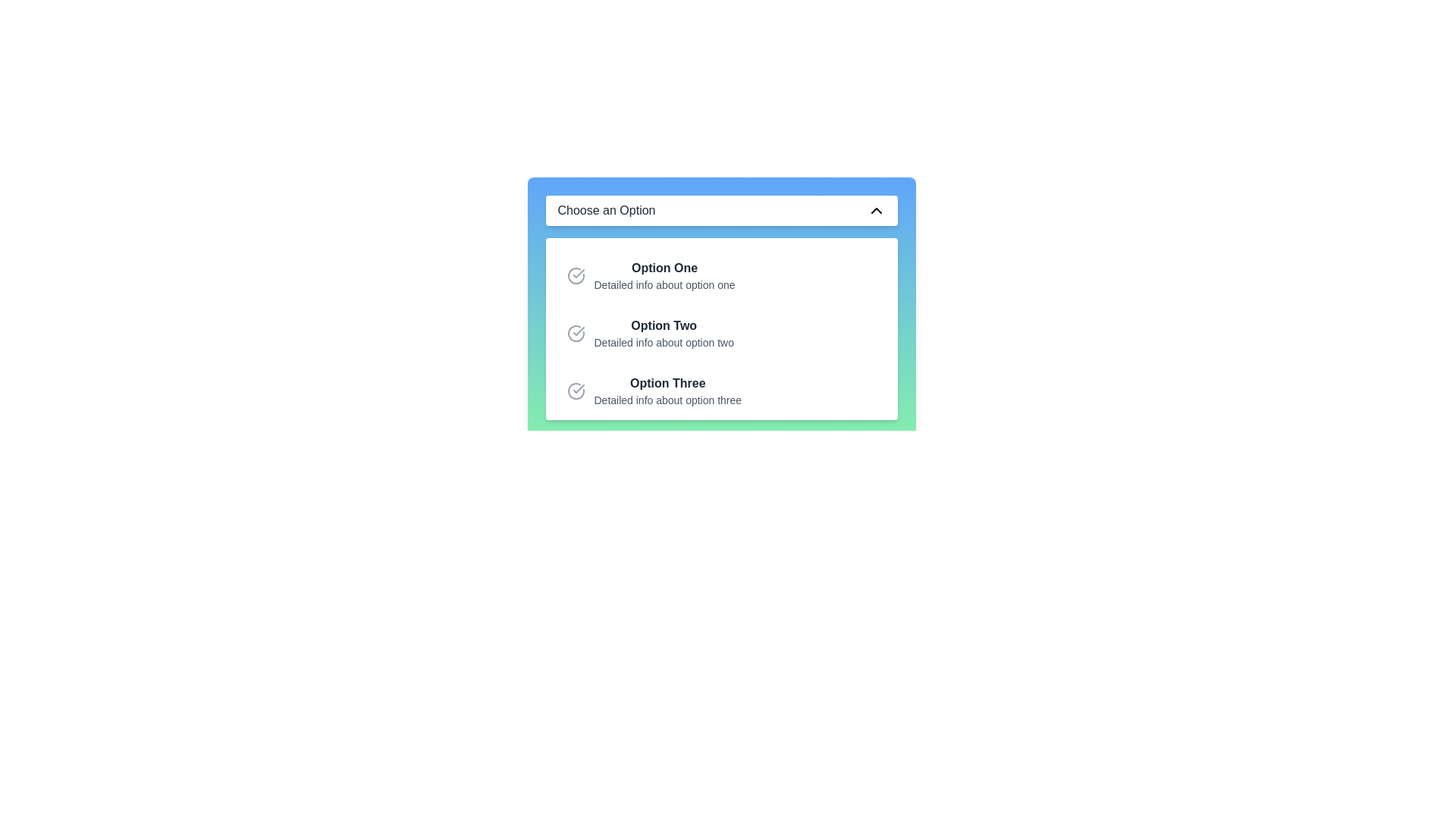  Describe the element at coordinates (720, 275) in the screenshot. I see `to select 'Option One' from the dropdown menu located beneath the header 'Choose an Option'` at that location.